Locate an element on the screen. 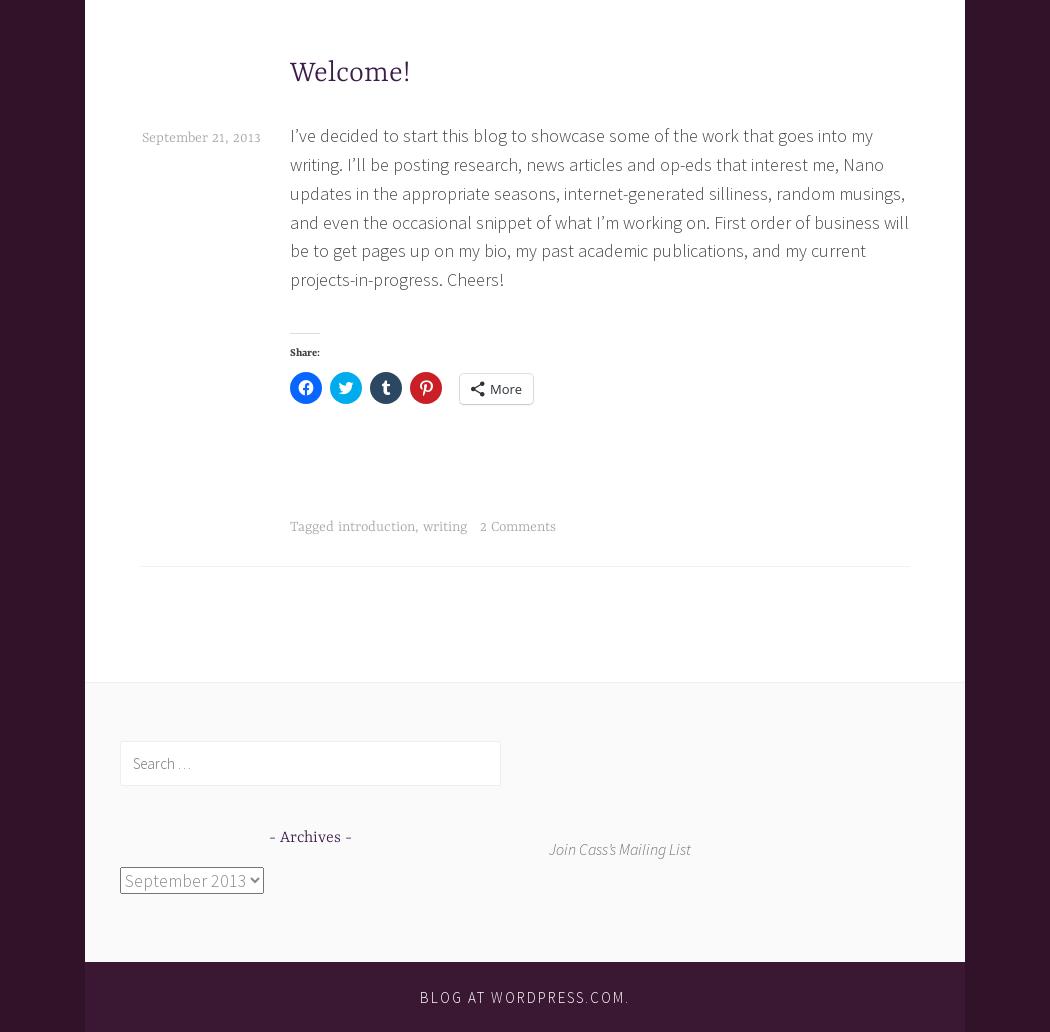 This screenshot has height=1032, width=1050. 'Join Cass’s Mailing List' is located at coordinates (620, 847).